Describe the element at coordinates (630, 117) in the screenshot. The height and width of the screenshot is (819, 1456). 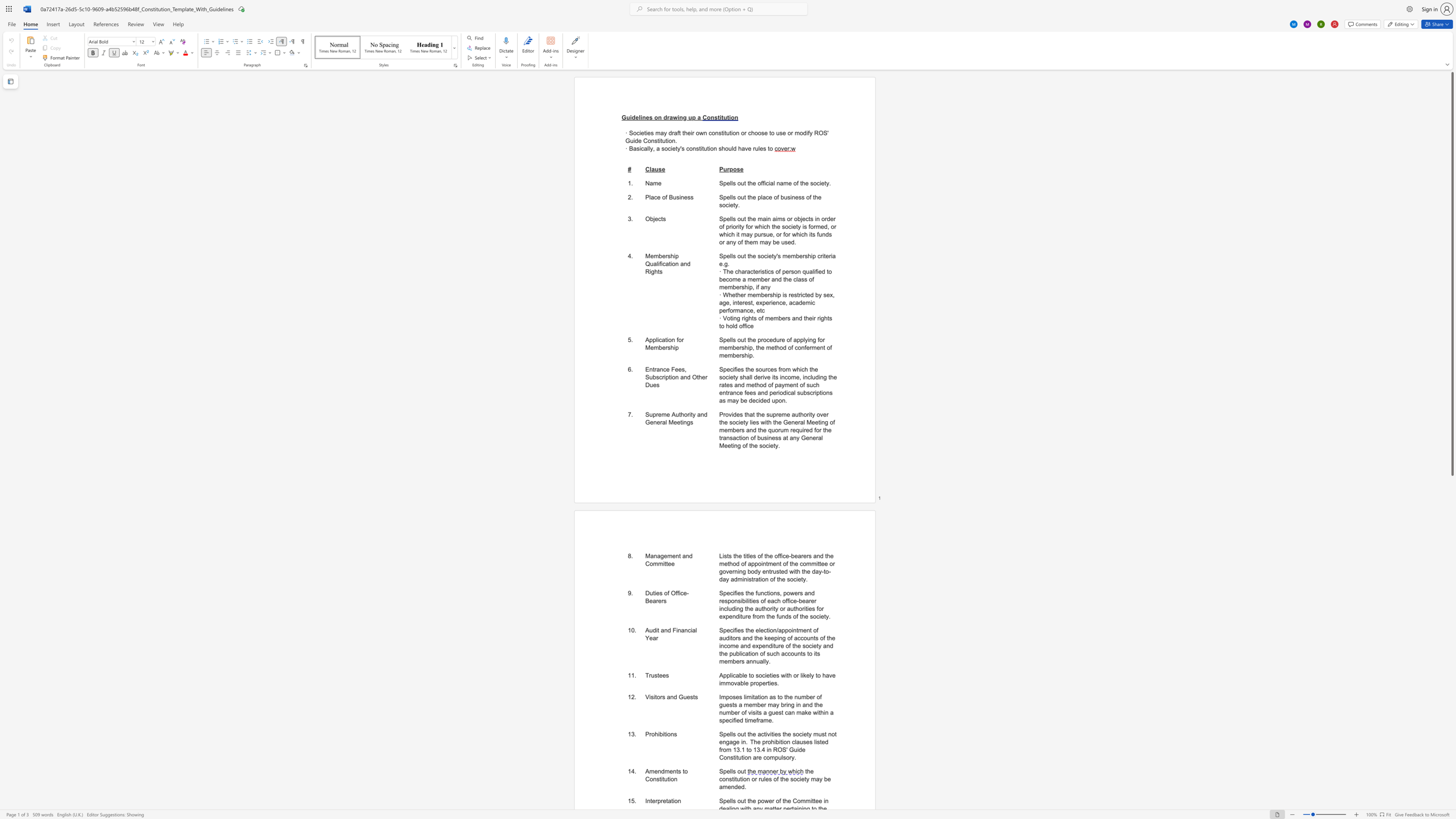
I see `the subset text "idelines o" within the text "Guidelines on drawing up a"` at that location.